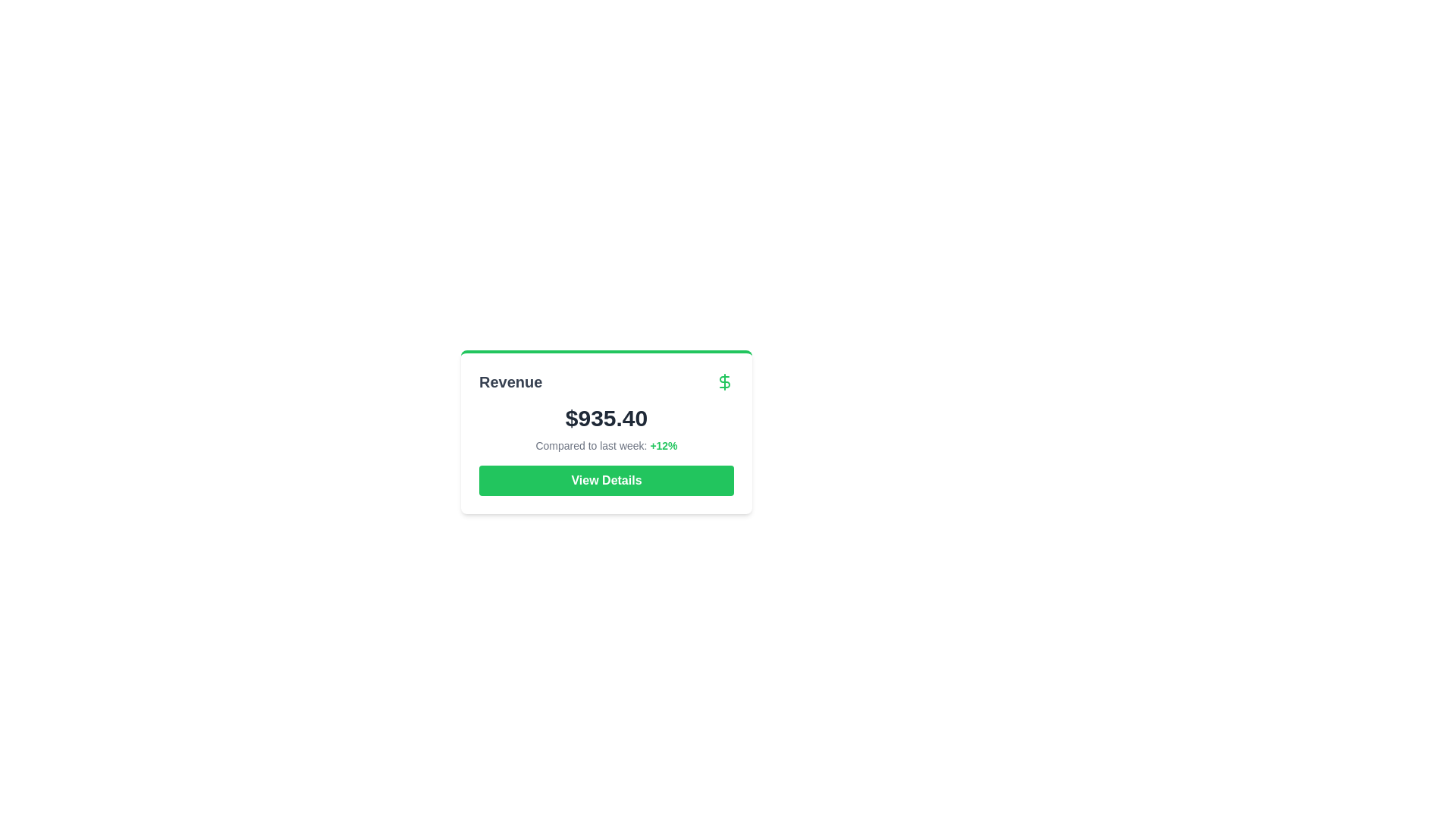 This screenshot has height=819, width=1456. I want to click on text displaying '$935.40' which is prominently located within a card layout, directly beneath the title 'Revenue', so click(607, 418).